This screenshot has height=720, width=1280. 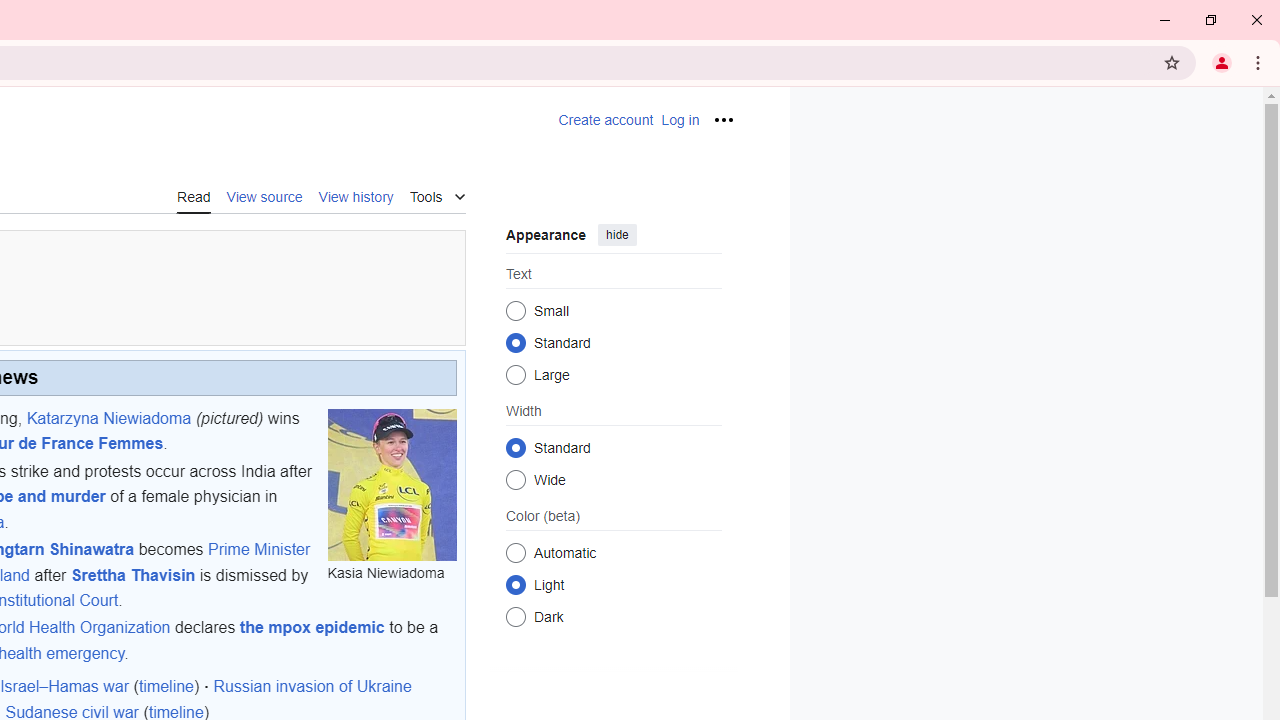 I want to click on 'Standard', so click(x=515, y=446).